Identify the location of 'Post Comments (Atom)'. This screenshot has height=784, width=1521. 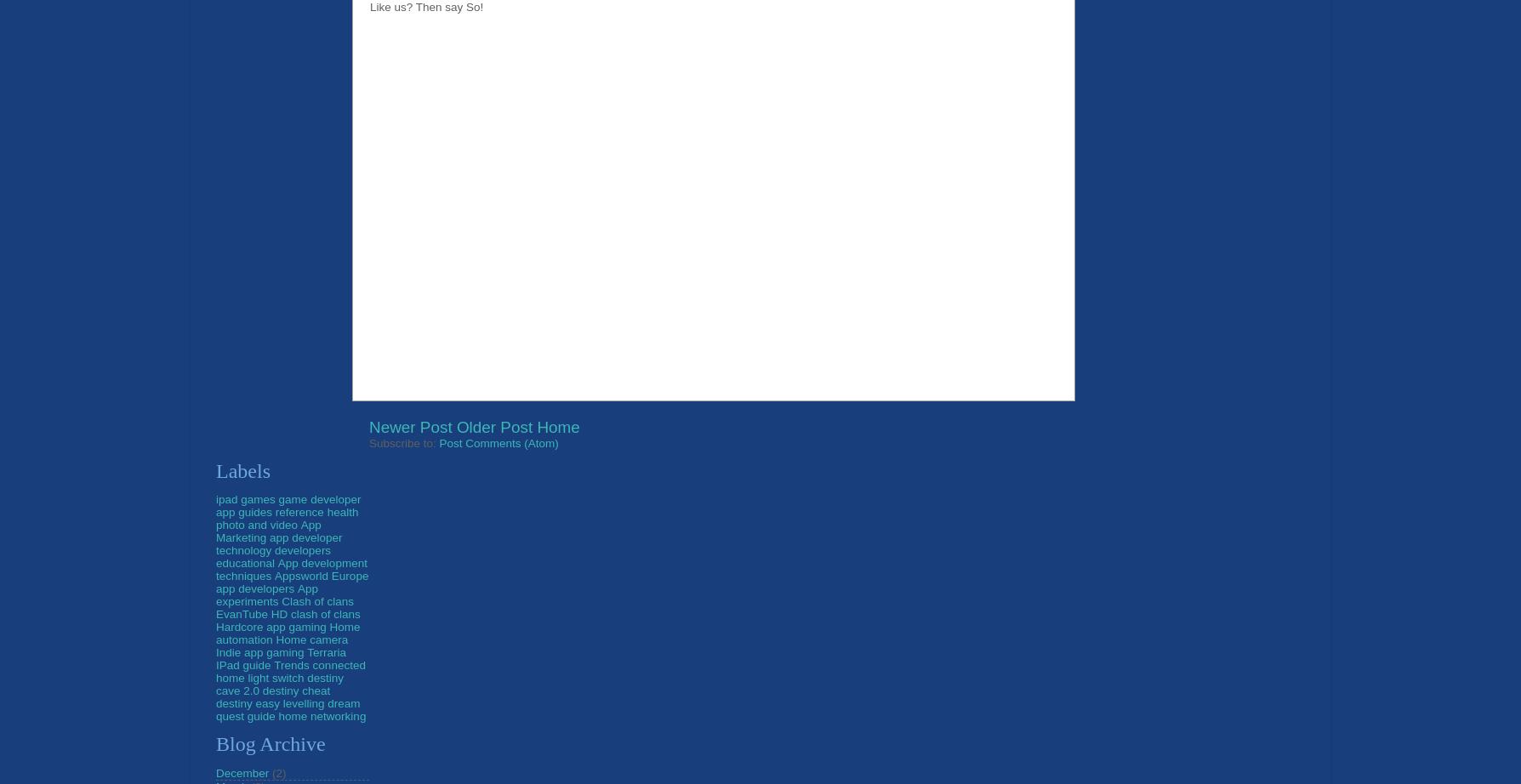
(498, 442).